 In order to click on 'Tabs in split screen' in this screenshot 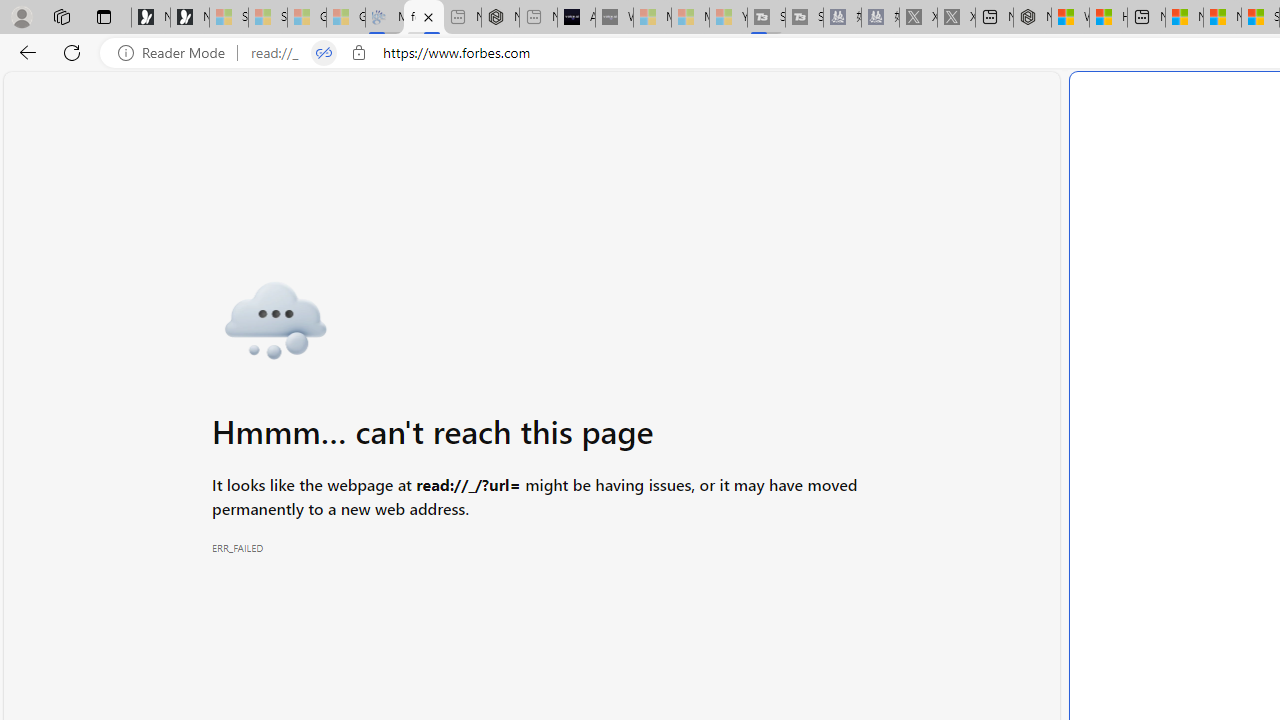, I will do `click(323, 52)`.